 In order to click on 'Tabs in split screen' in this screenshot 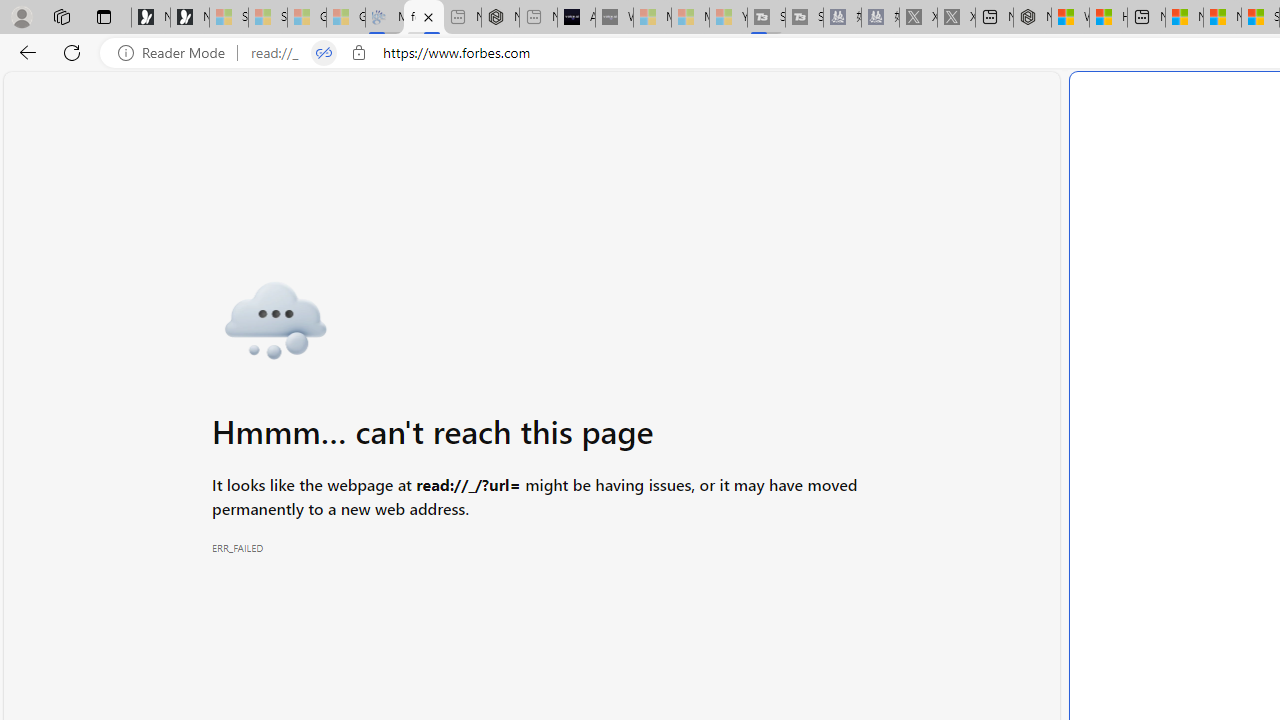, I will do `click(323, 52)`.